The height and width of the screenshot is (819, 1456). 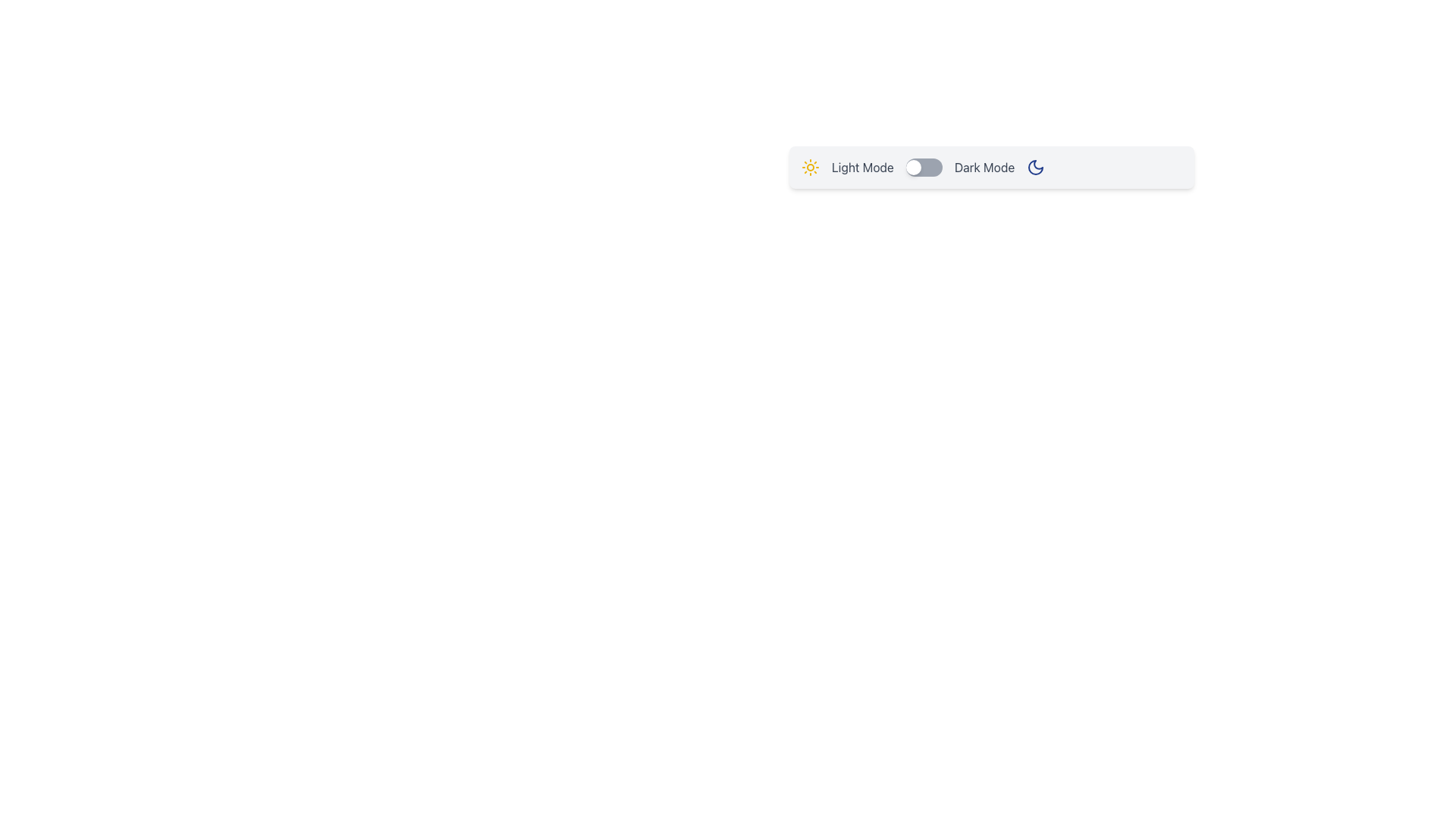 I want to click on the crescent moon icon used for toggling dark mode, located in the upper-right section of the interface next to the 'Dark Mode' text label, so click(x=1035, y=167).